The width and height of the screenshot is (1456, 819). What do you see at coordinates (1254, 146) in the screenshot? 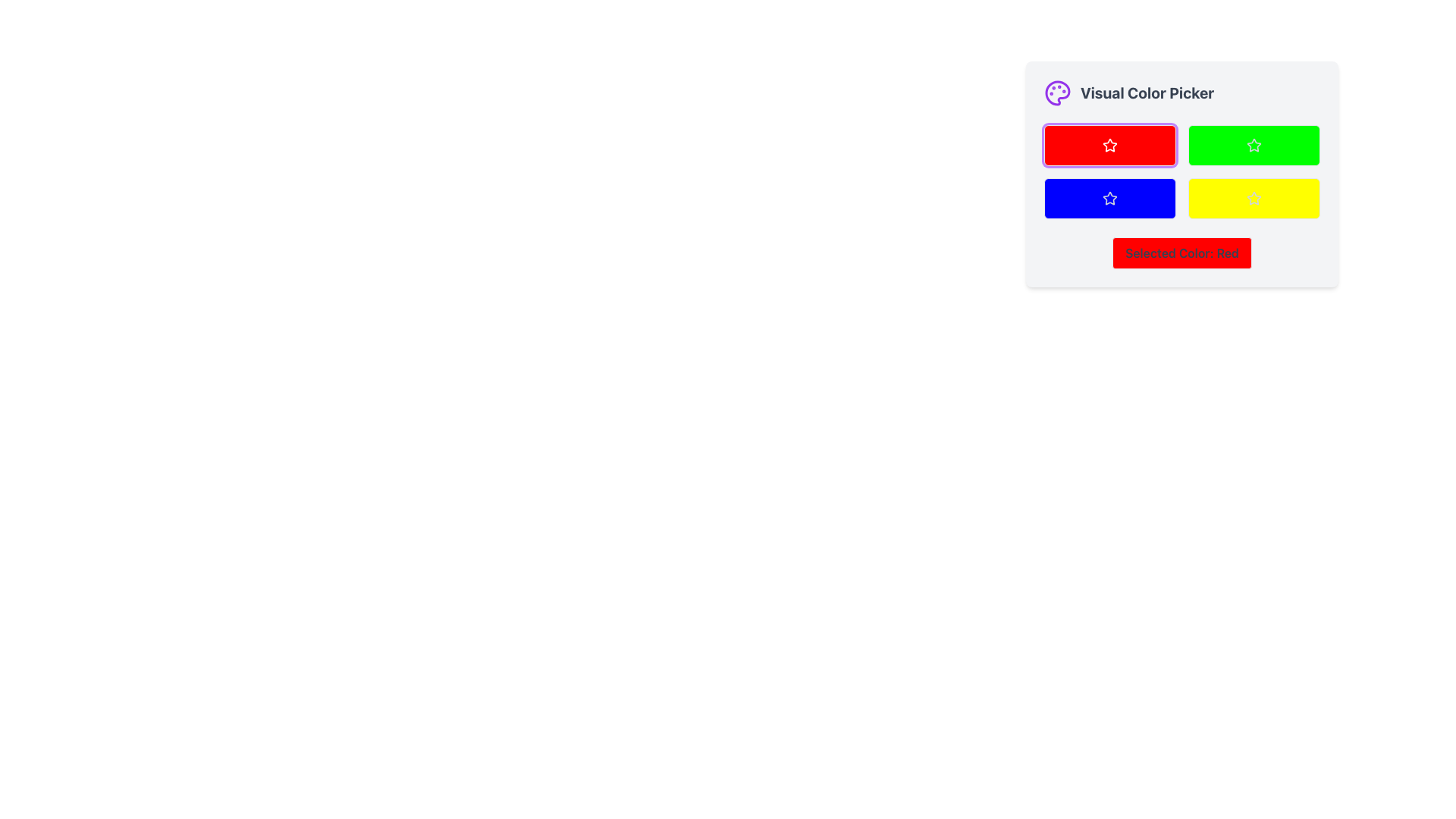
I see `the star icon with a gray outline located centrally within the green square button in the top-right position of the 2x2 grid in the 'Visual Color Picker' section` at bounding box center [1254, 146].